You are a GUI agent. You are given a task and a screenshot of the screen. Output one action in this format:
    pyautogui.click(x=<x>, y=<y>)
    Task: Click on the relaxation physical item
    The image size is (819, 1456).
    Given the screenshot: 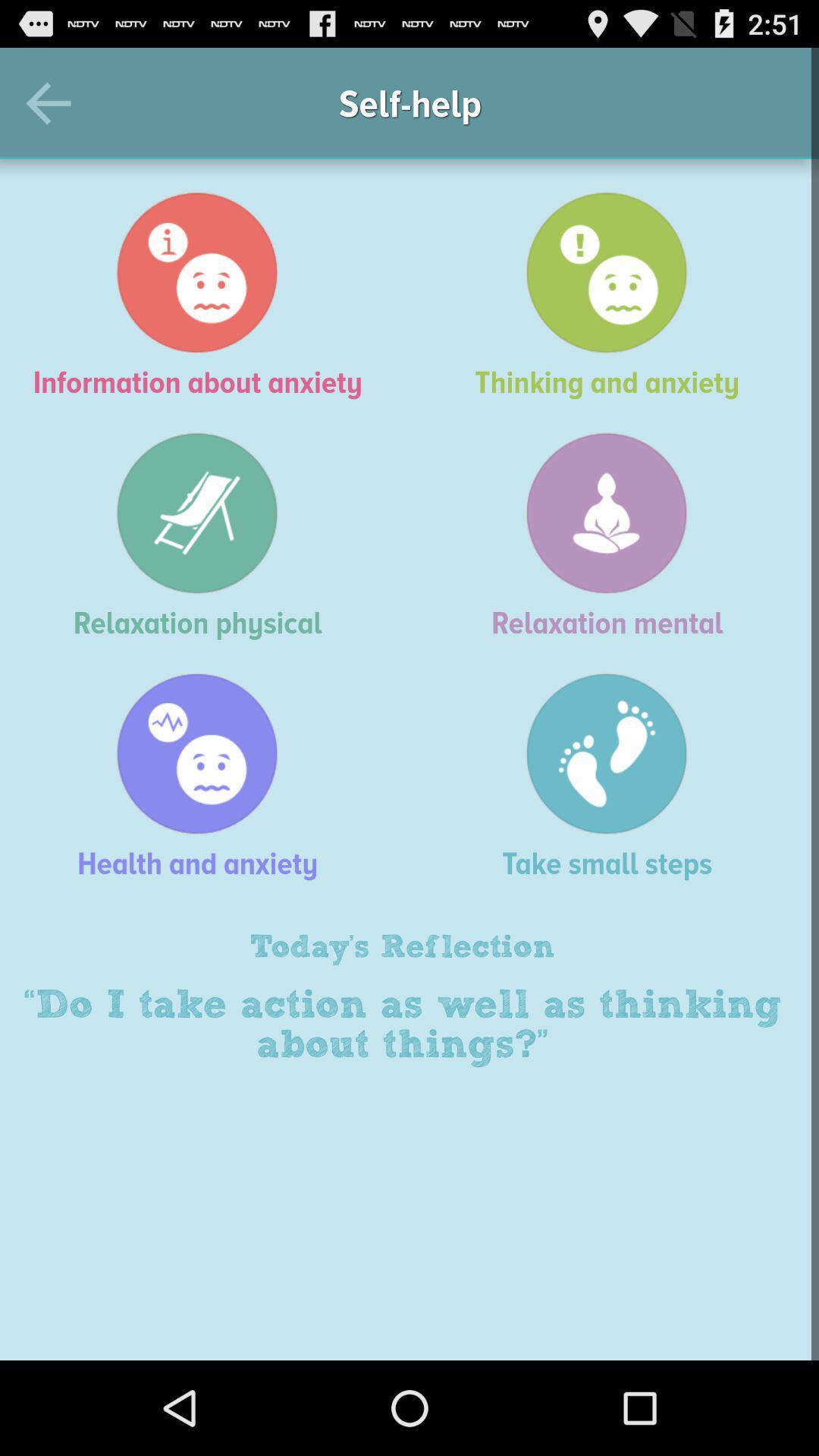 What is the action you would take?
    pyautogui.click(x=205, y=535)
    